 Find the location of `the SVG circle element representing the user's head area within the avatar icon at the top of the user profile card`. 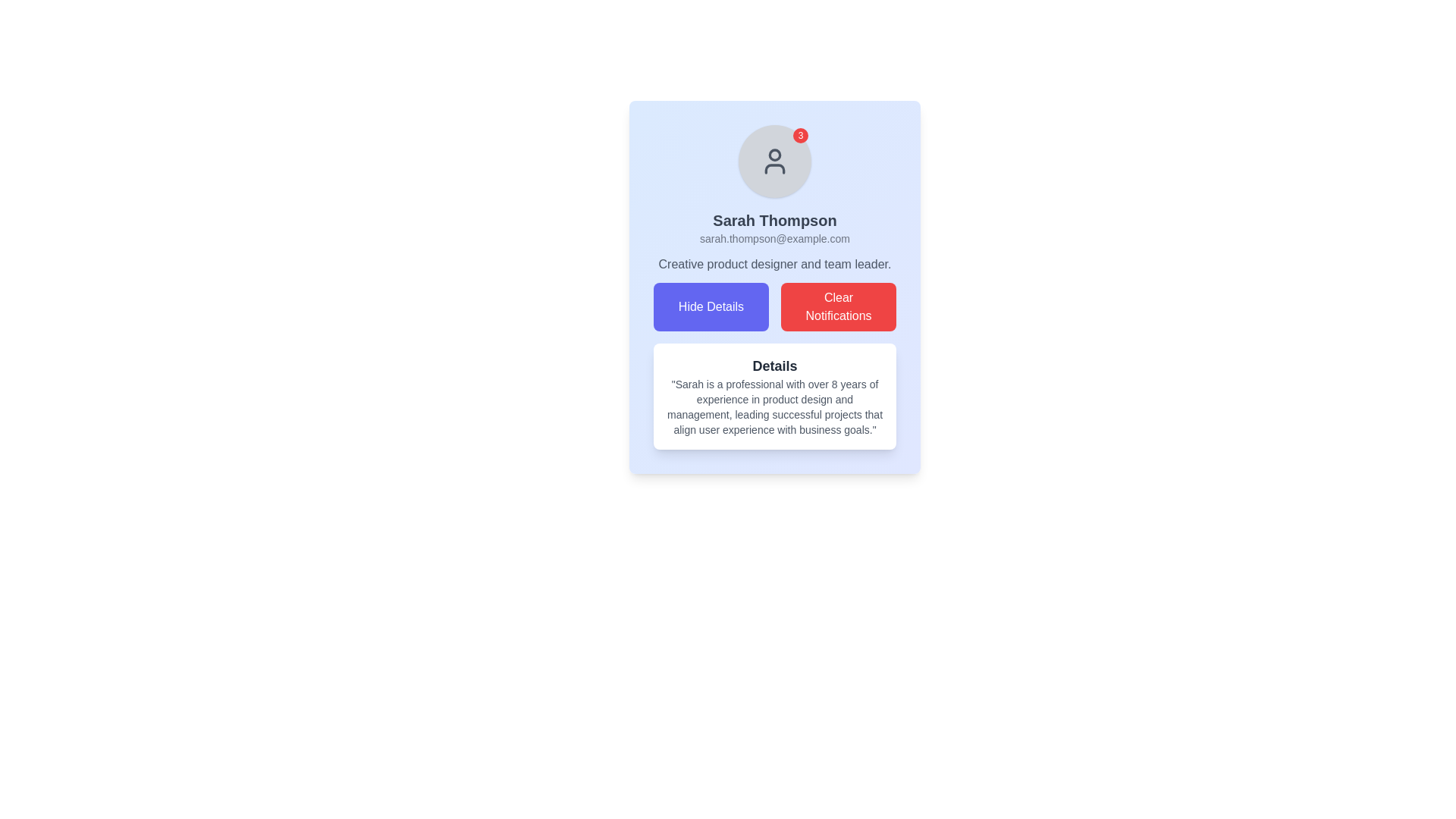

the SVG circle element representing the user's head area within the avatar icon at the top of the user profile card is located at coordinates (775, 155).